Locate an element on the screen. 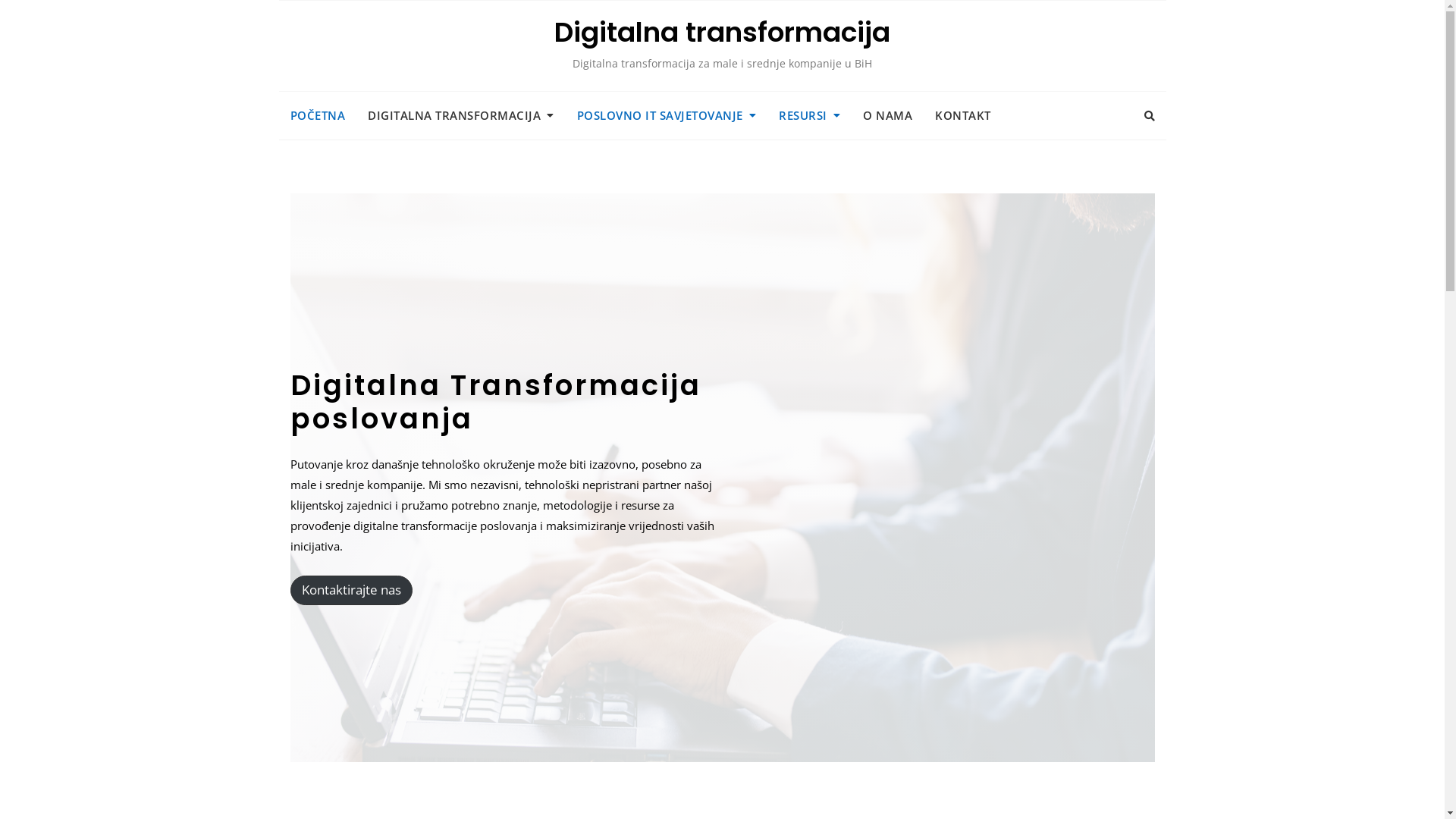 This screenshot has height=819, width=1456. 'Kontaktirajte nas' is located at coordinates (350, 589).